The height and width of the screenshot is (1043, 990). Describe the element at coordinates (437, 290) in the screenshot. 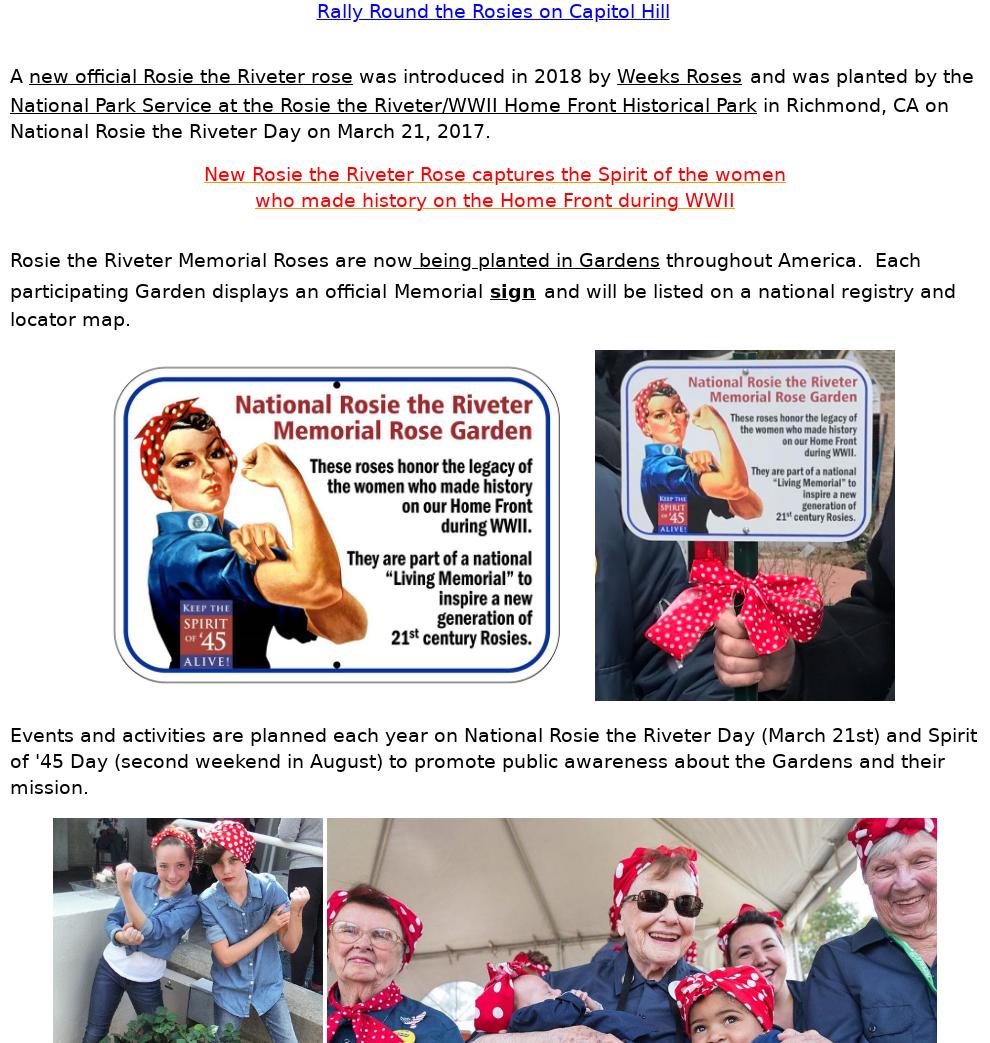

I see `'Memorial'` at that location.